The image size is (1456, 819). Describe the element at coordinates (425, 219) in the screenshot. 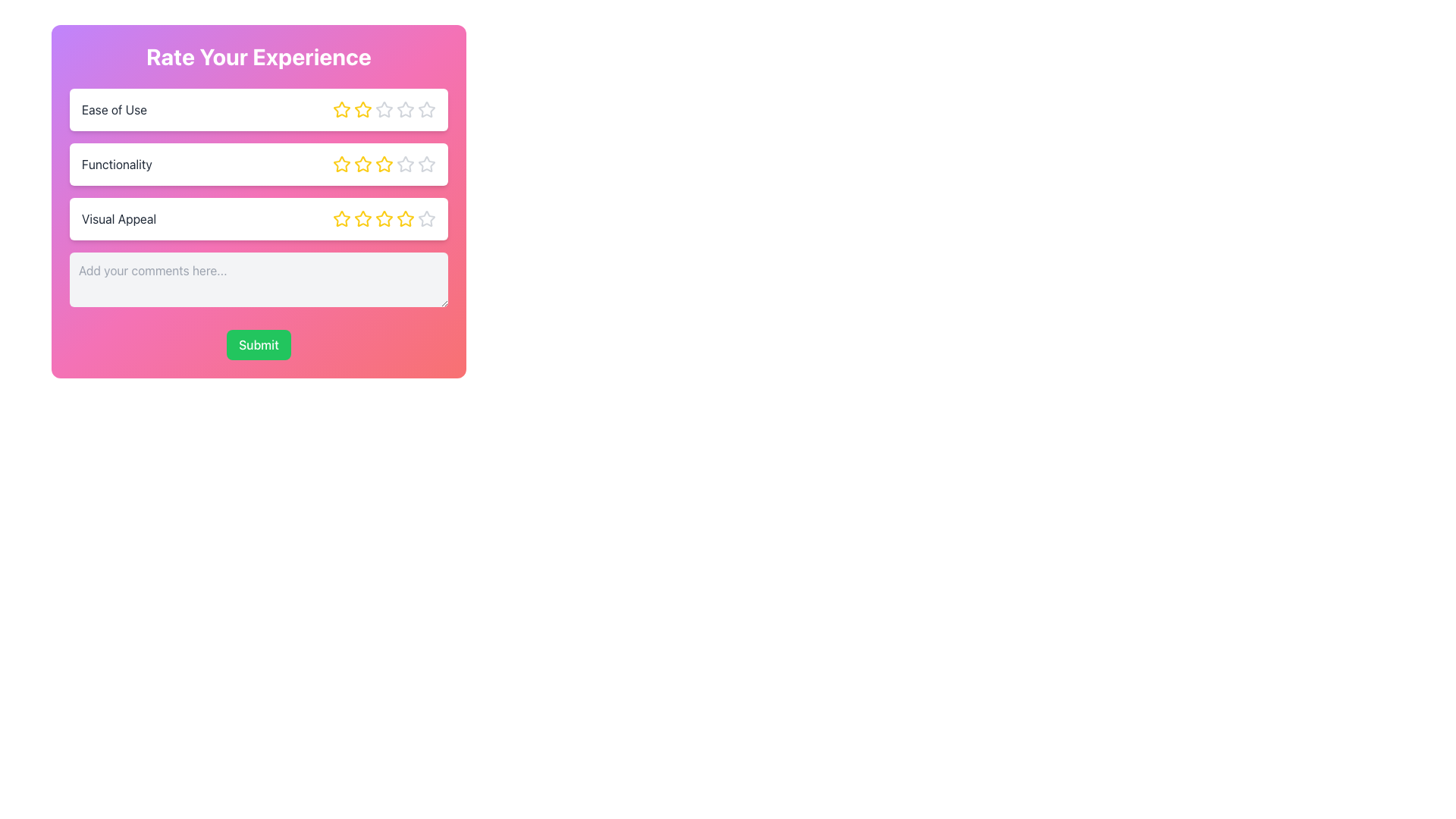

I see `the fifth star icon in the 'Visual Appeal' rating row` at that location.